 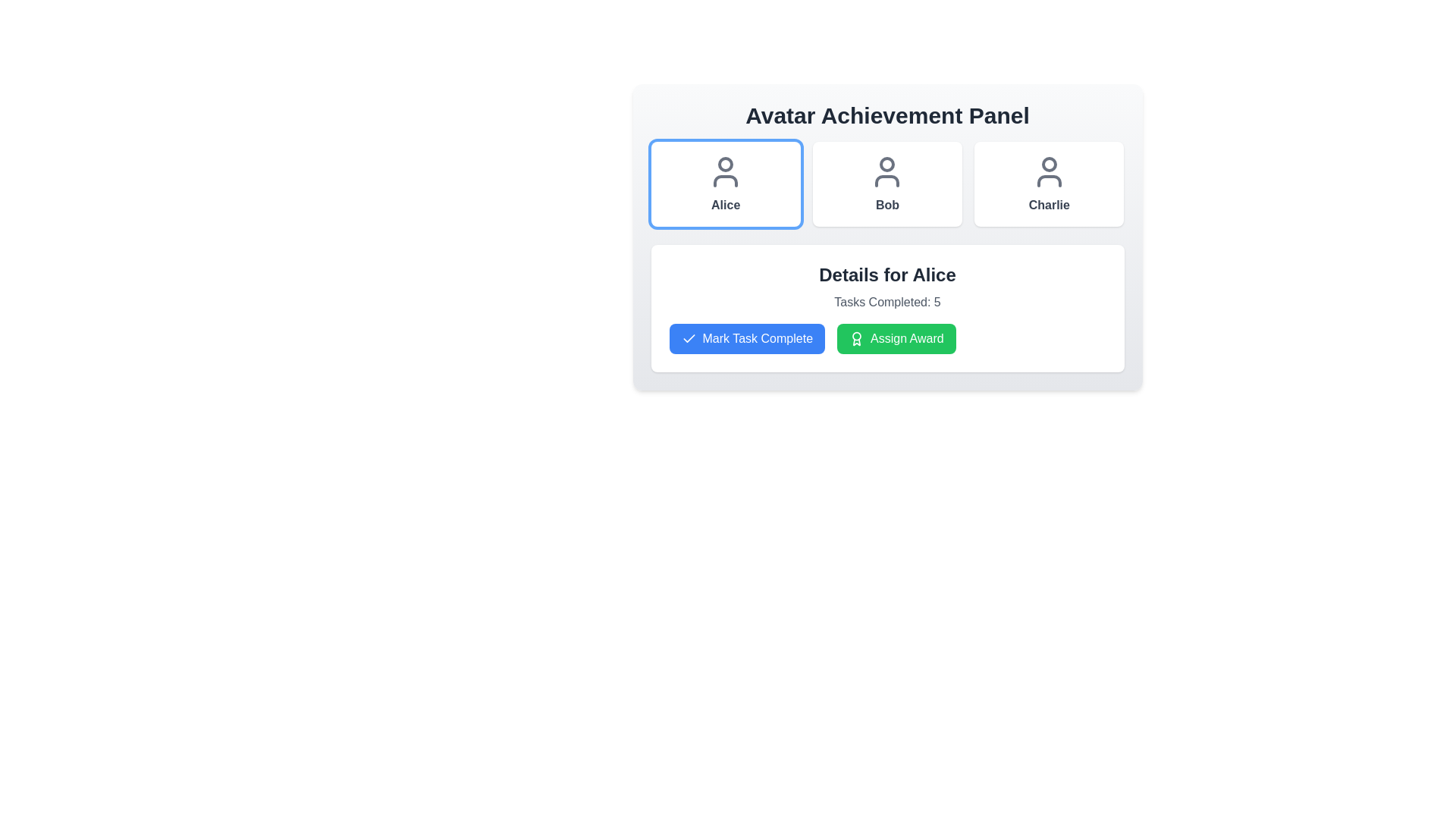 What do you see at coordinates (887, 275) in the screenshot?
I see `text from the Text Label that serves as a title or heading for the selected user, Alice, located in the avatar panel above the 'Tasks Completed' label` at bounding box center [887, 275].